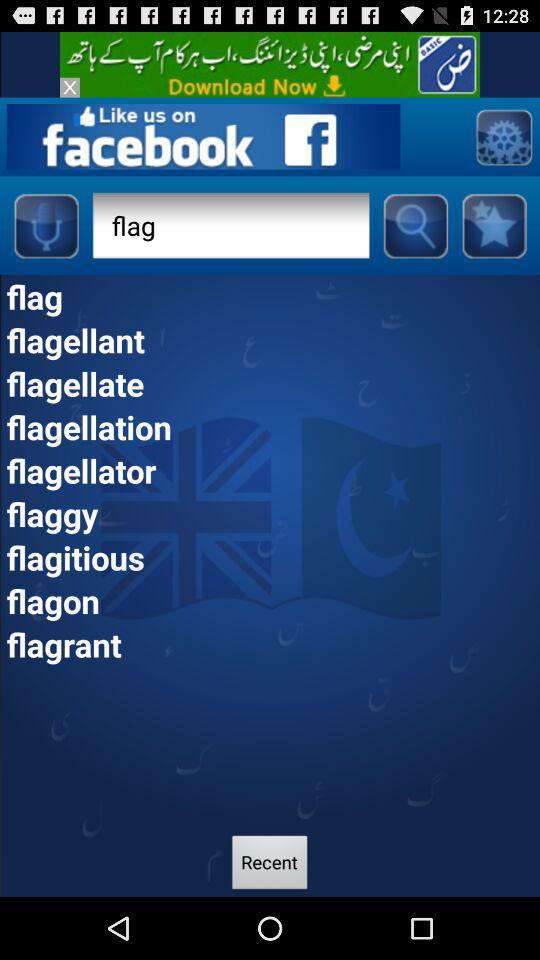 This screenshot has height=960, width=540. What do you see at coordinates (493, 225) in the screenshot?
I see `show favorites` at bounding box center [493, 225].